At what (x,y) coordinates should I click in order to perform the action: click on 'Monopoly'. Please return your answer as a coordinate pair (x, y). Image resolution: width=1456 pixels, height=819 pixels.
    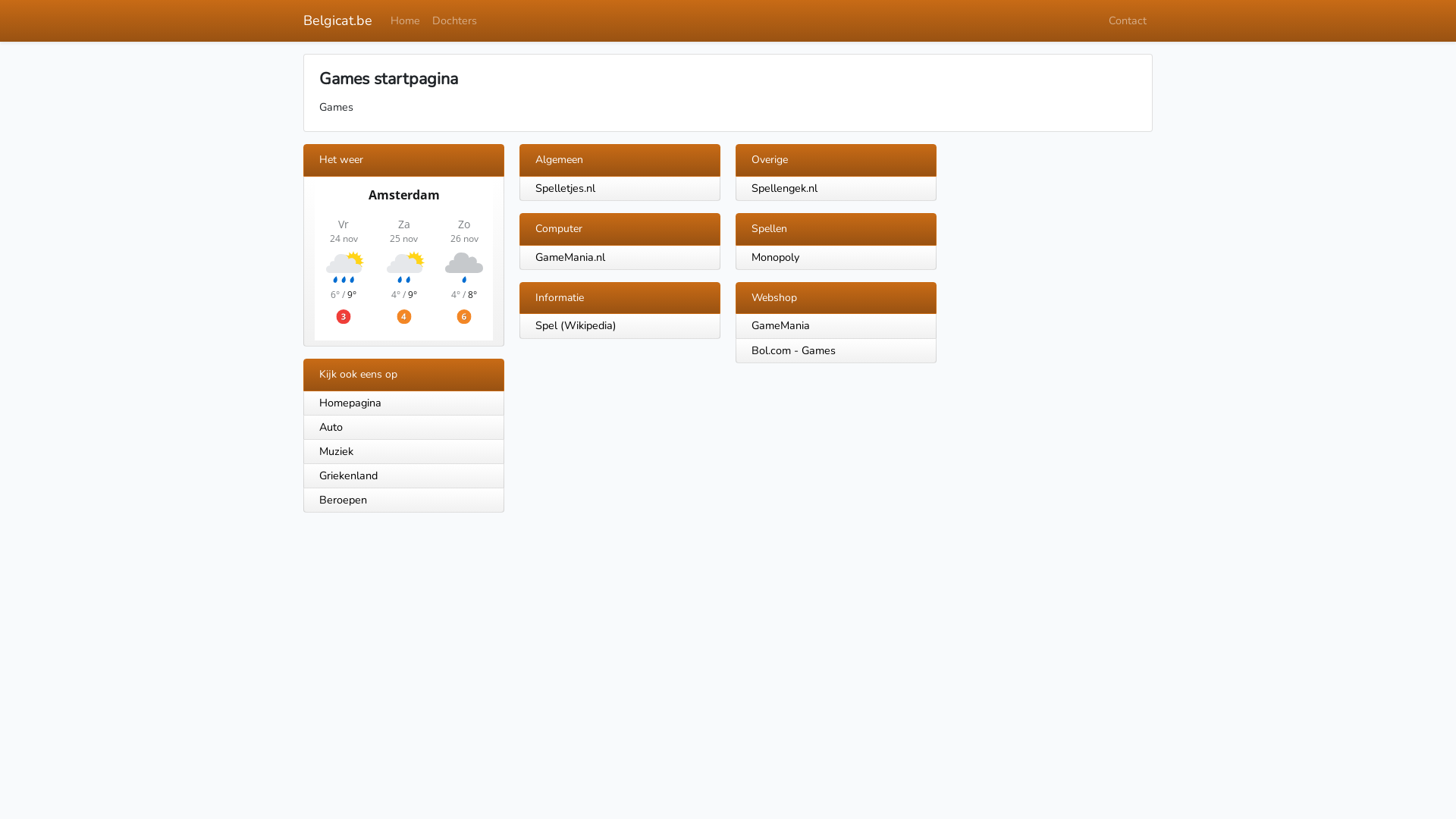
    Looking at the image, I should click on (775, 256).